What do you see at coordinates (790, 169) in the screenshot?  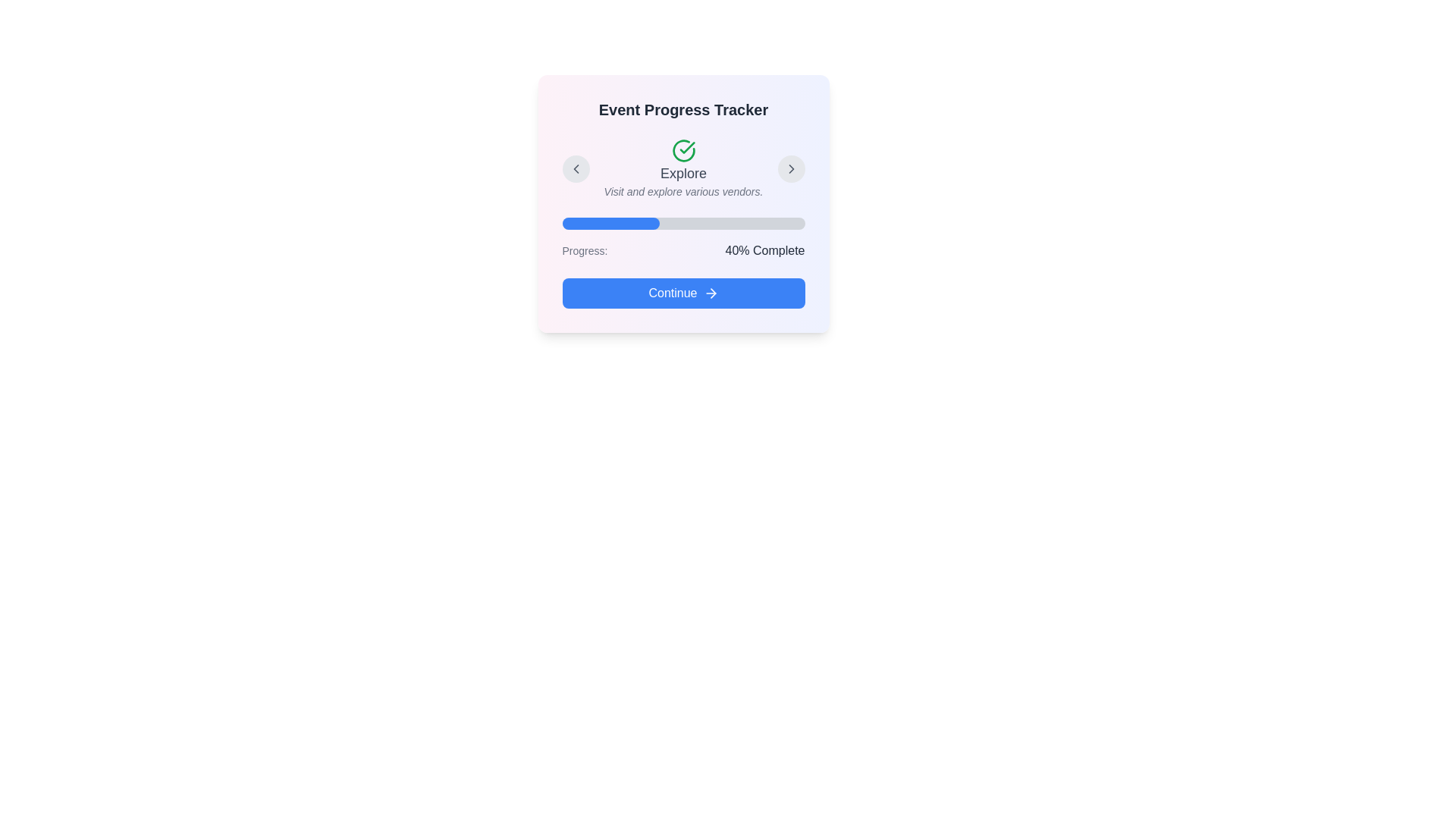 I see `the circular button with a gray background and a chevron icon` at bounding box center [790, 169].